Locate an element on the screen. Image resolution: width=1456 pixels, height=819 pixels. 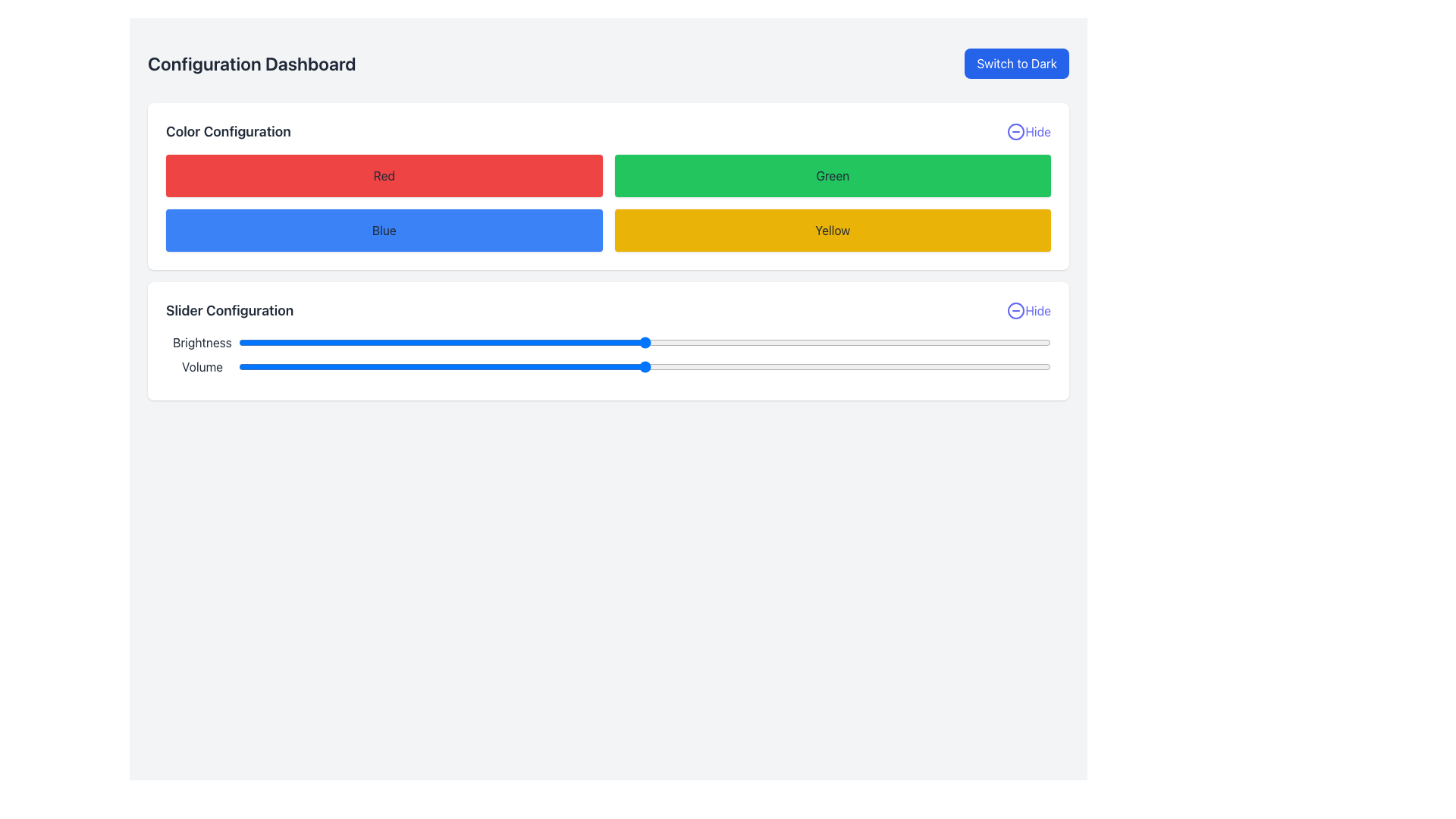
the toggle button in the top-right corner of the 'Color Configuration' section is located at coordinates (1029, 130).